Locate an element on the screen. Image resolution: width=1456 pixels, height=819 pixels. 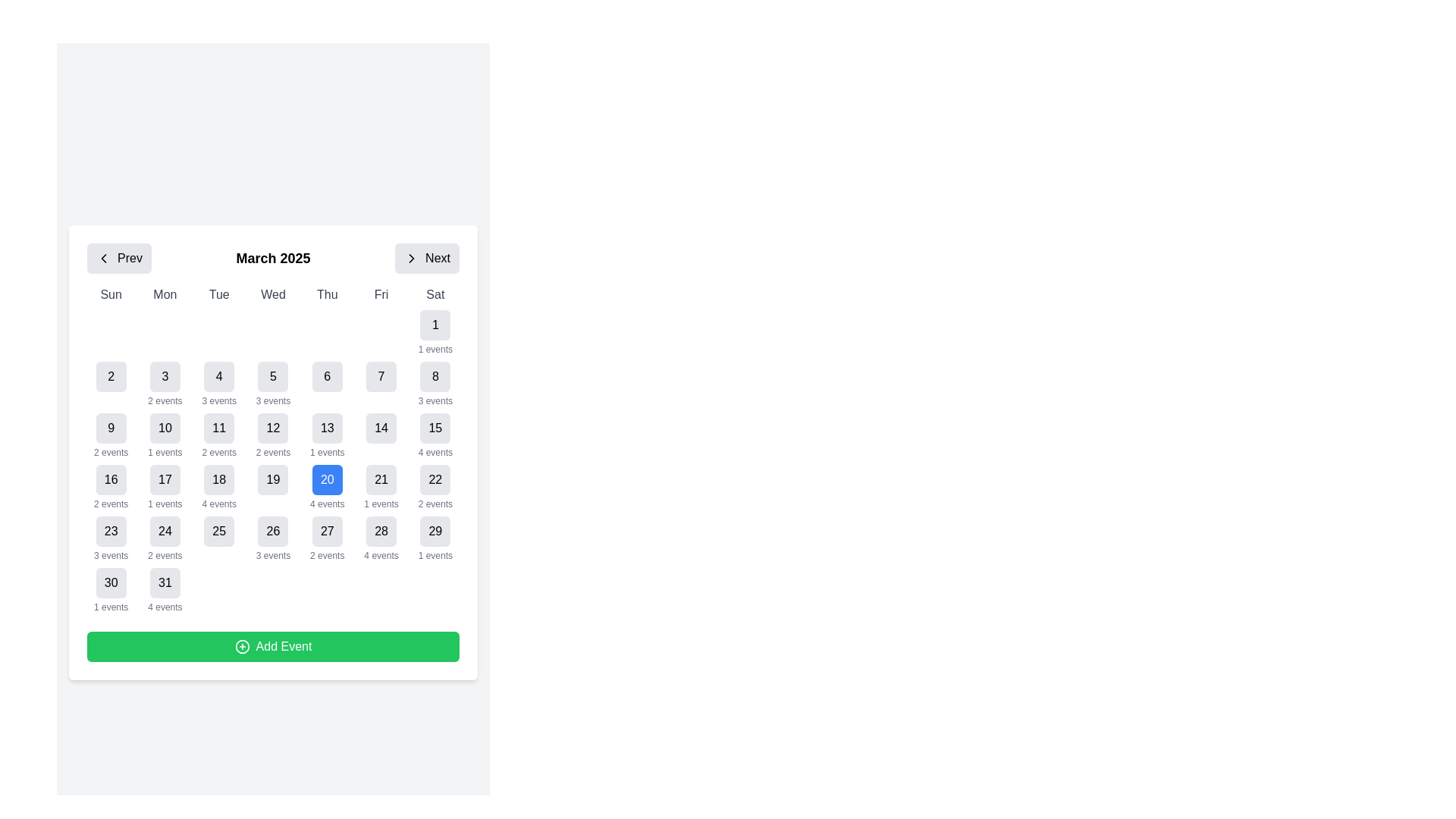
the calendar cell button displaying the number 25 is located at coordinates (218, 538).